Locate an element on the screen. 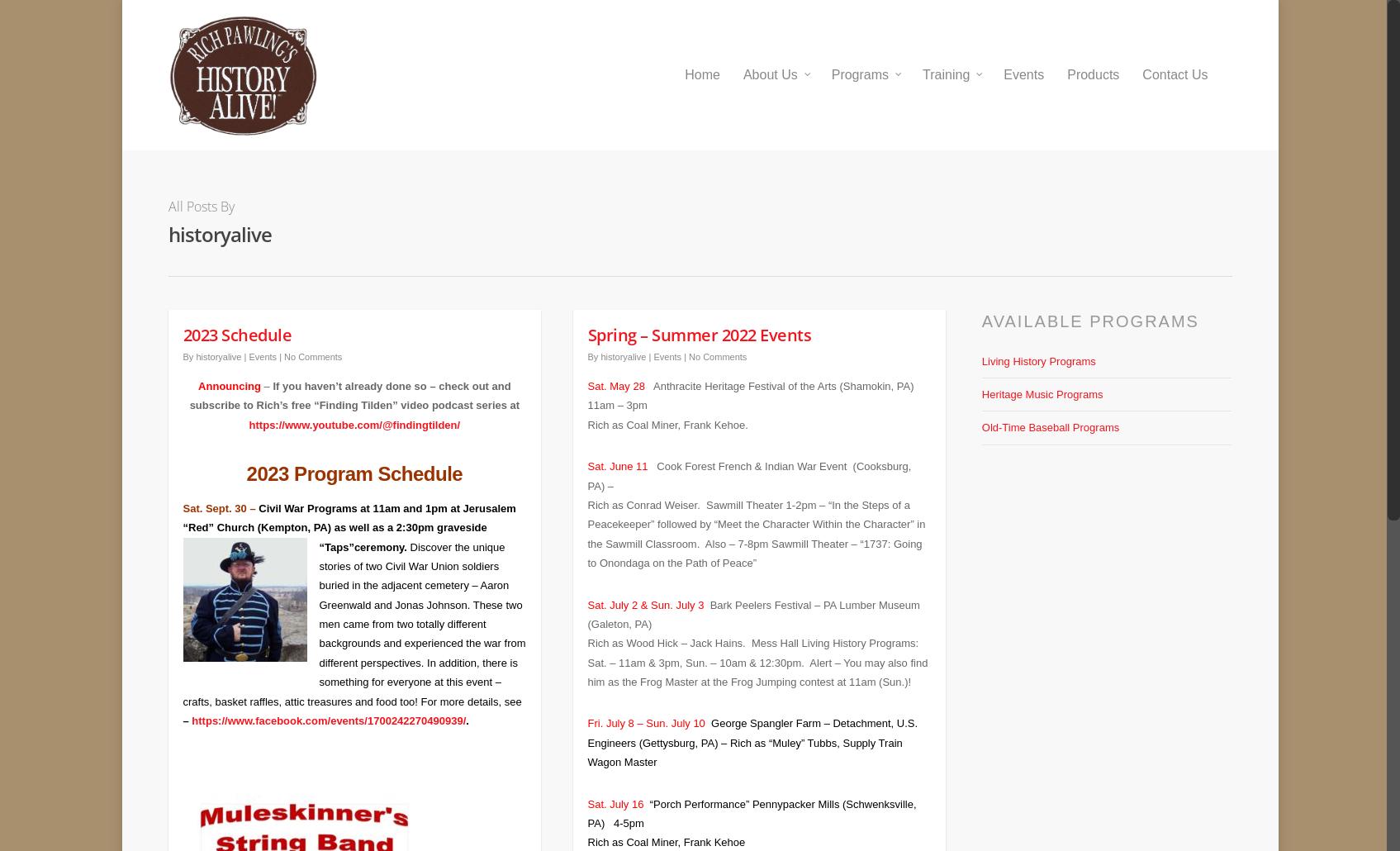 The width and height of the screenshot is (1400, 851). 'Living History Programs' is located at coordinates (1037, 349).